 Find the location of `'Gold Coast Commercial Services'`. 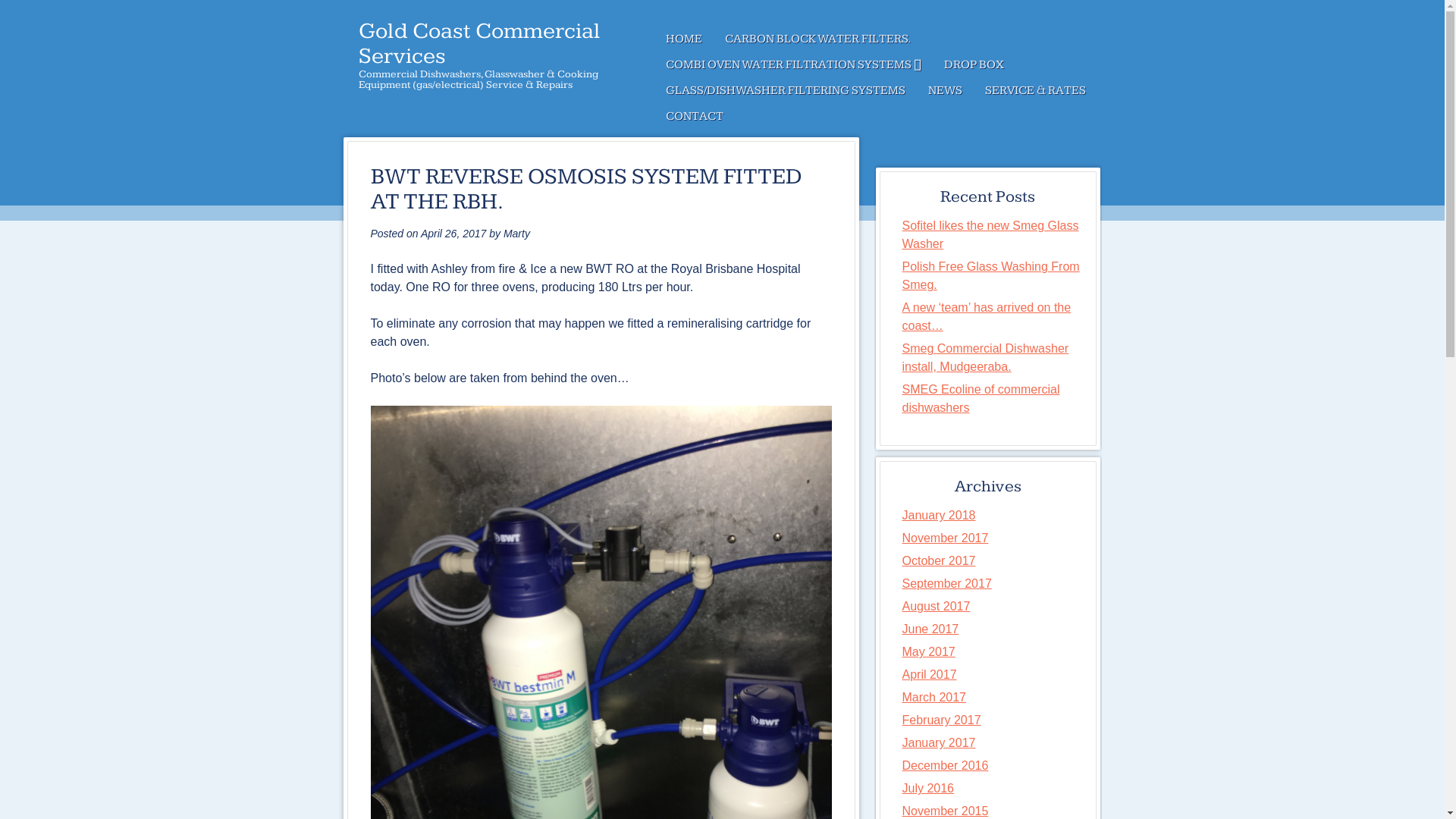

'Gold Coast Commercial Services' is located at coordinates (478, 42).